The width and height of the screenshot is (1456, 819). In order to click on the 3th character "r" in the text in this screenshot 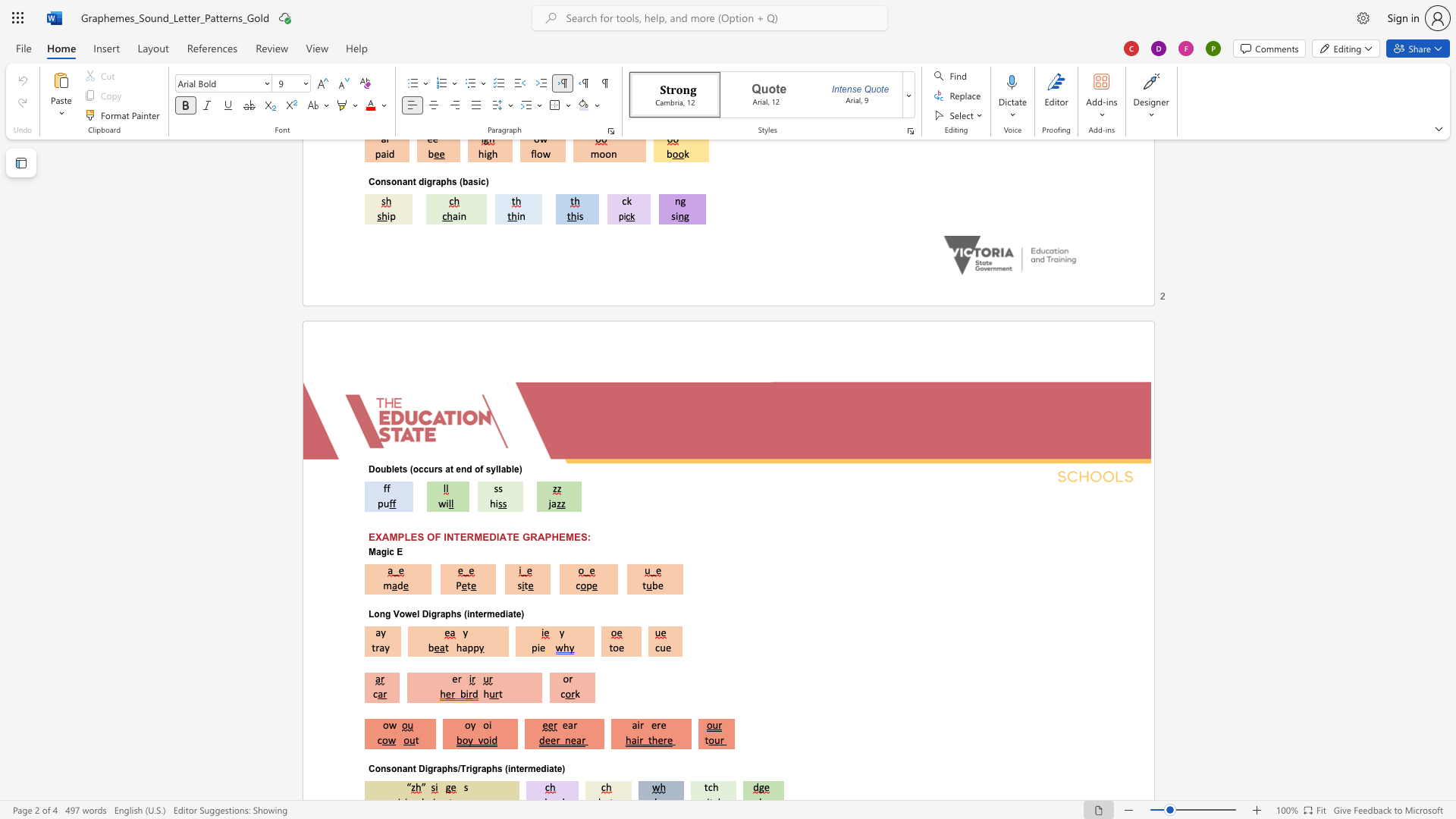, I will do `click(479, 768)`.